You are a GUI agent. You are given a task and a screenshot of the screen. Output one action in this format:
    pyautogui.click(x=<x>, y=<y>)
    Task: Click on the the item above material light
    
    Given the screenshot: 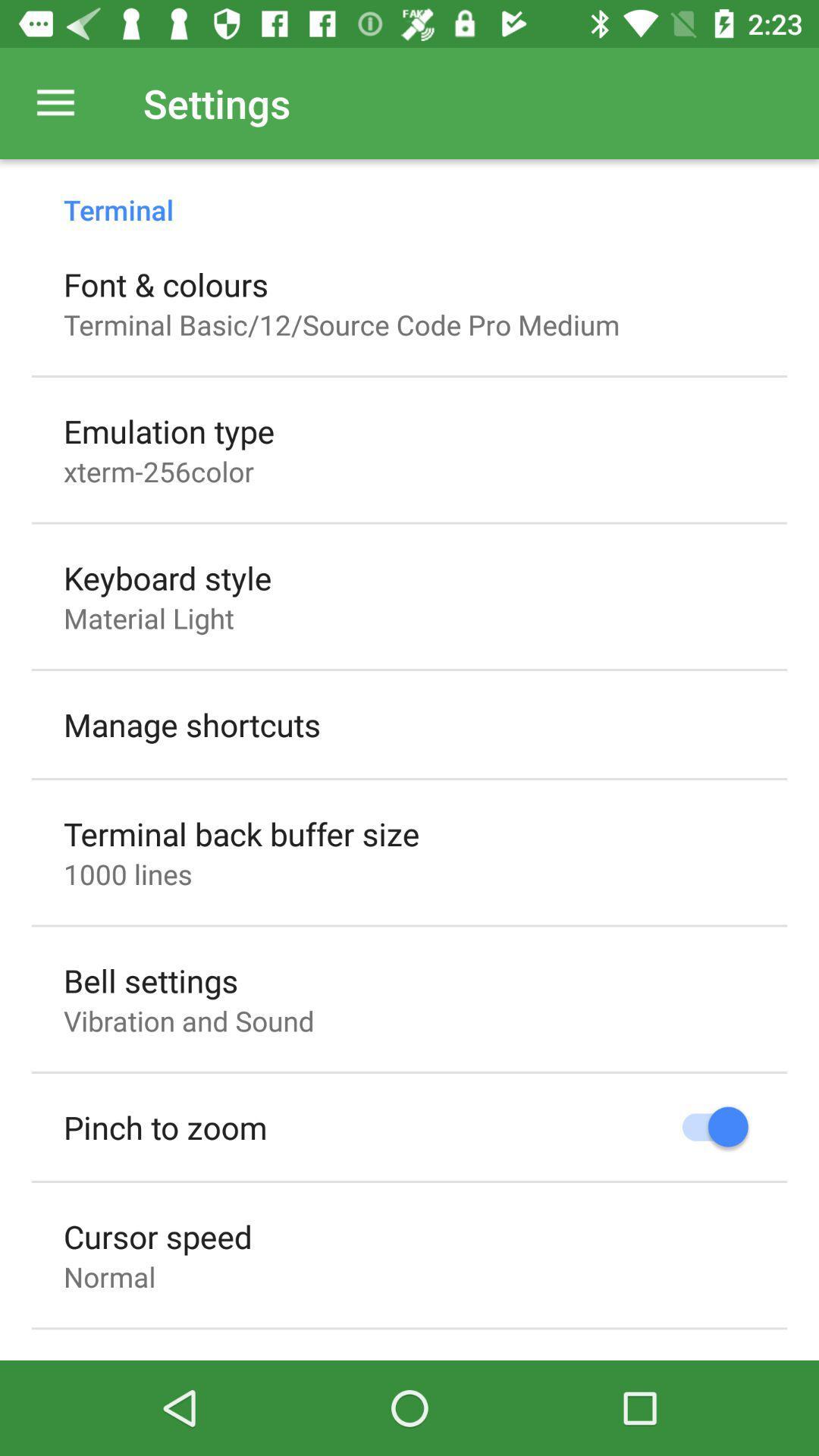 What is the action you would take?
    pyautogui.click(x=168, y=577)
    